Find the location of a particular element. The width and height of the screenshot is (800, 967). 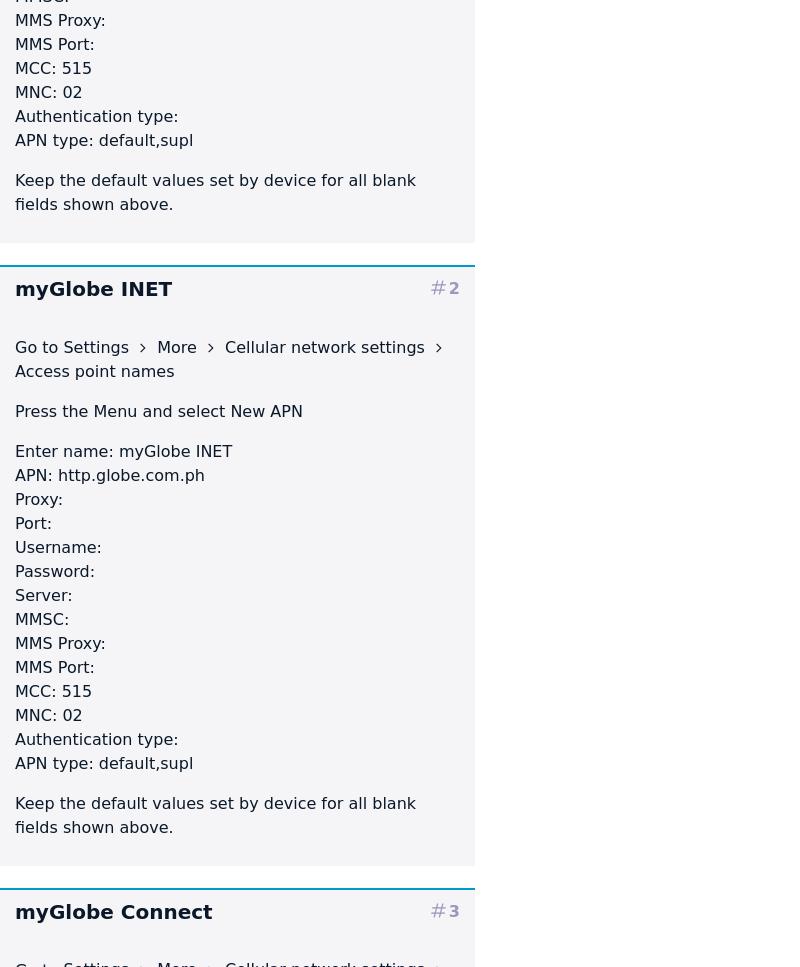

'Menu' is located at coordinates (93, 409).